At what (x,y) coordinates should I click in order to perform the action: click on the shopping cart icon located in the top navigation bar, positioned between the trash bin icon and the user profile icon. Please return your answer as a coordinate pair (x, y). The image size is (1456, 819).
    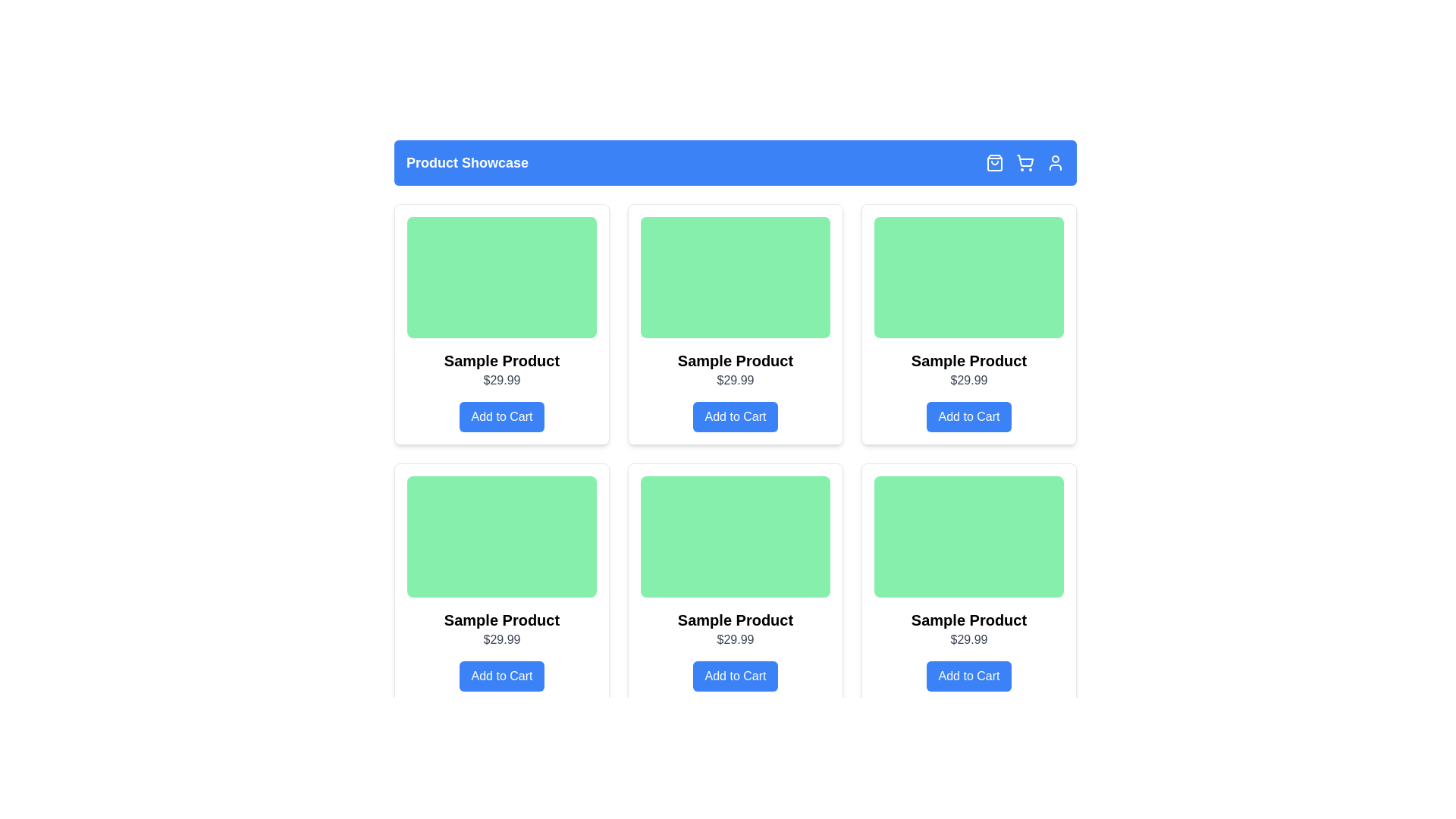
    Looking at the image, I should click on (1025, 161).